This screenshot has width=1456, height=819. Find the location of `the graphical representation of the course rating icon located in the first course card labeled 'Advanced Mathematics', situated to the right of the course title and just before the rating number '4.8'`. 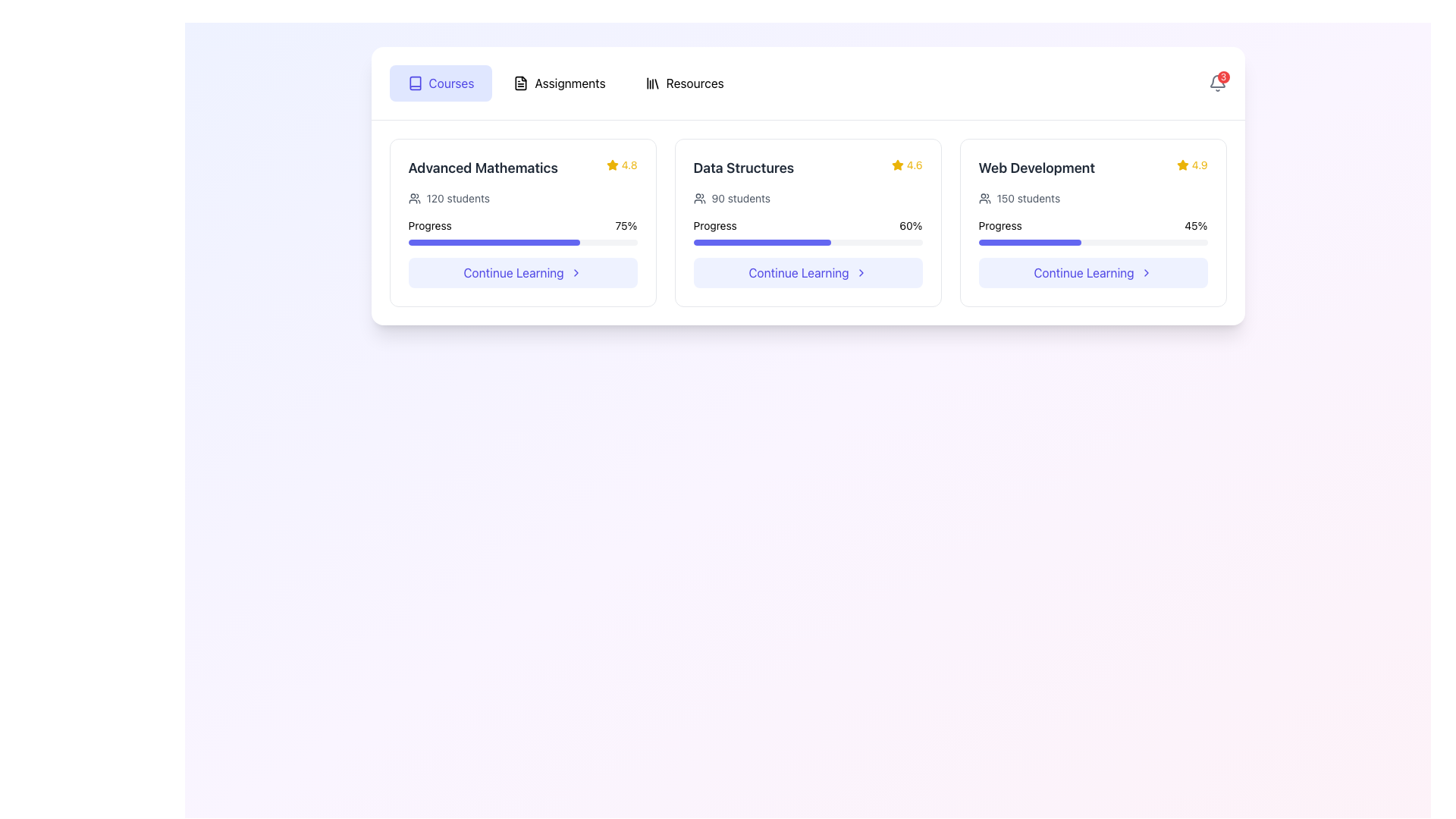

the graphical representation of the course rating icon located in the first course card labeled 'Advanced Mathematics', situated to the right of the course title and just before the rating number '4.8' is located at coordinates (612, 165).